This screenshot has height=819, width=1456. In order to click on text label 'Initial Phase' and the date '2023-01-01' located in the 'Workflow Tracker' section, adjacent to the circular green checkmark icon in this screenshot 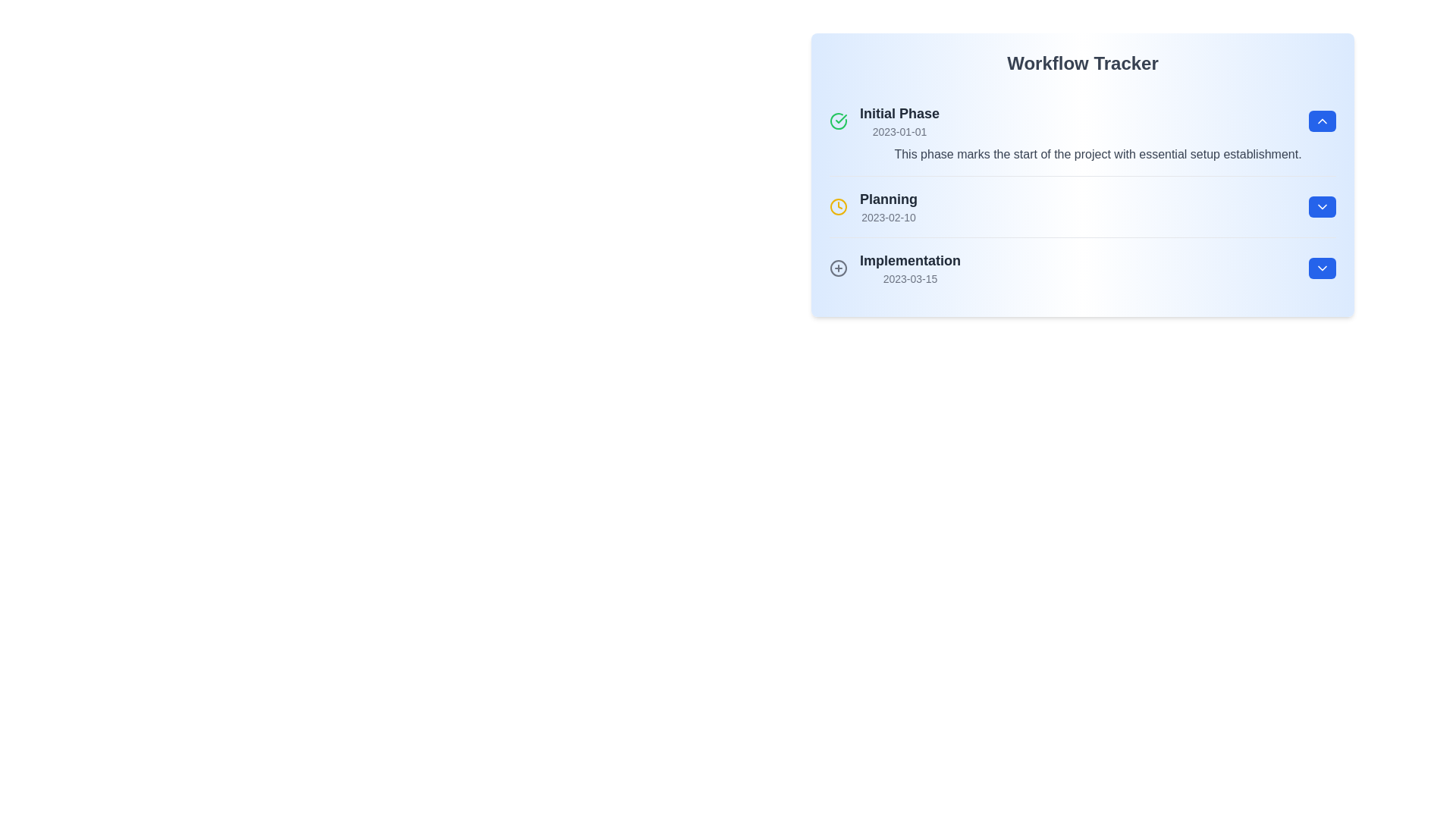, I will do `click(899, 120)`.